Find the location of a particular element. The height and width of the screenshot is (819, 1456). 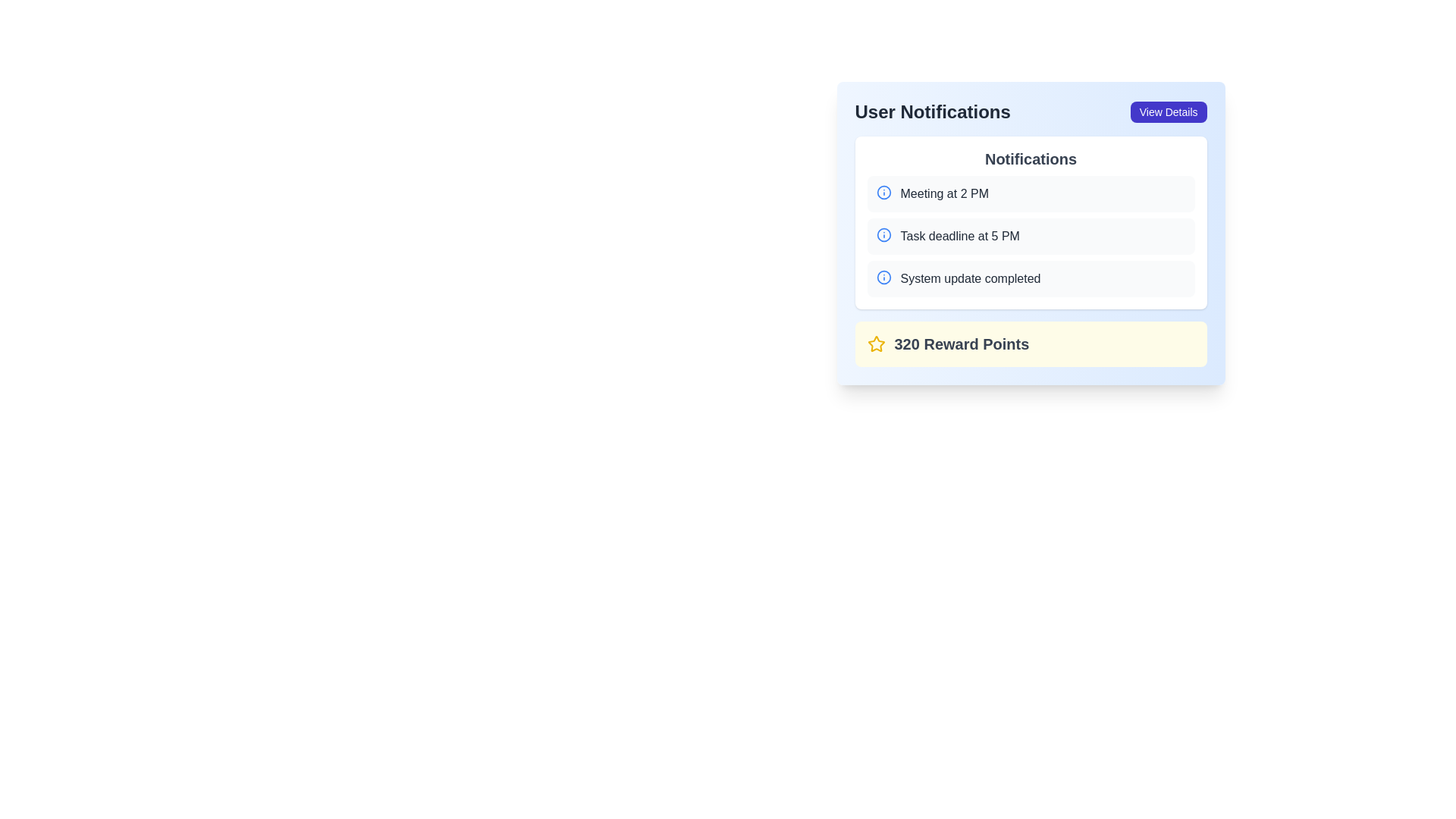

the text label displaying 'Meeting at 2 PM' styled in dark gray within the 'User Notifications' card is located at coordinates (943, 193).